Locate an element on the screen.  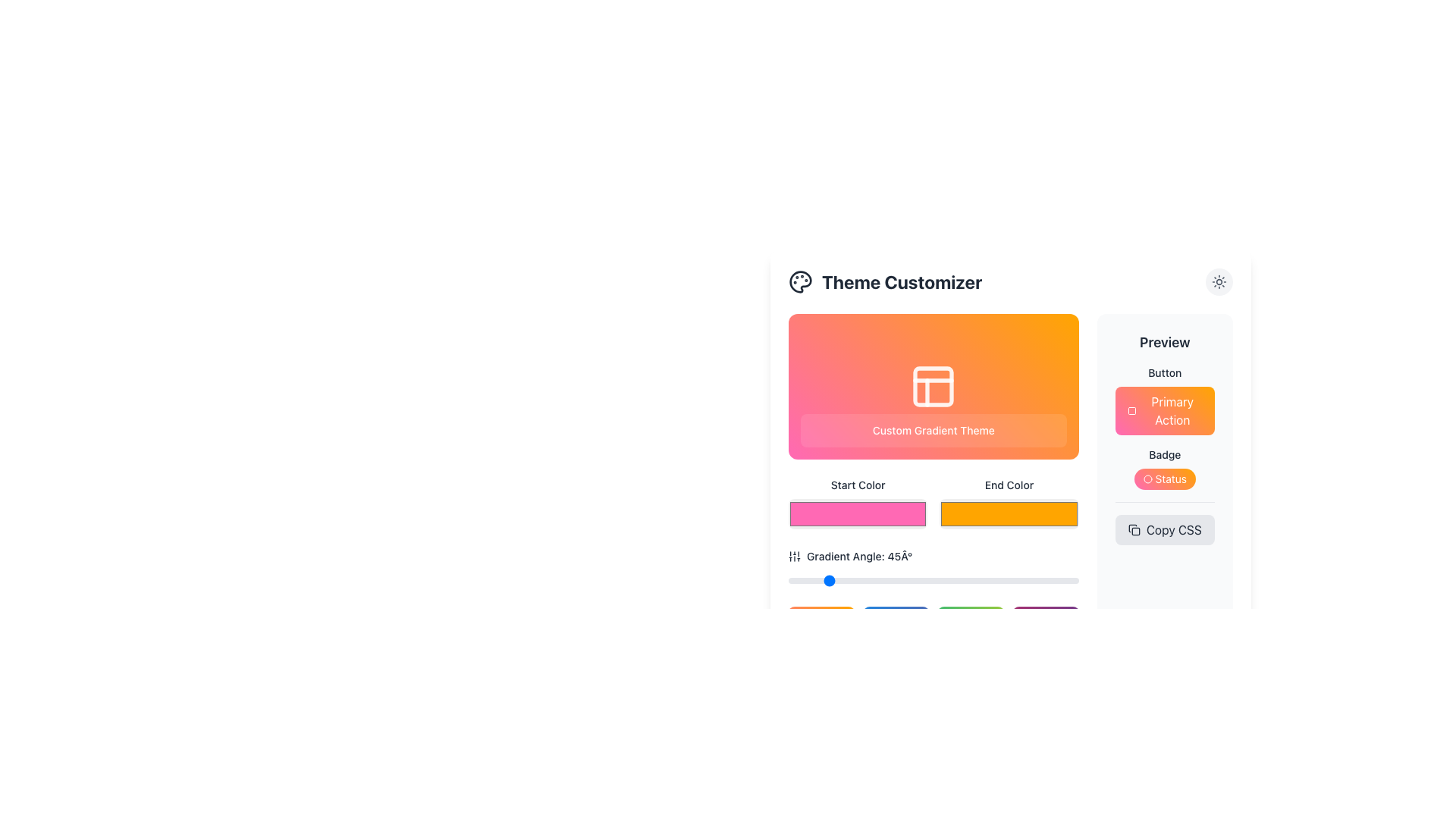
the 'Primary Action' button with a gradient background transitioning from pink to orange for keyboard-based interactions is located at coordinates (1164, 411).